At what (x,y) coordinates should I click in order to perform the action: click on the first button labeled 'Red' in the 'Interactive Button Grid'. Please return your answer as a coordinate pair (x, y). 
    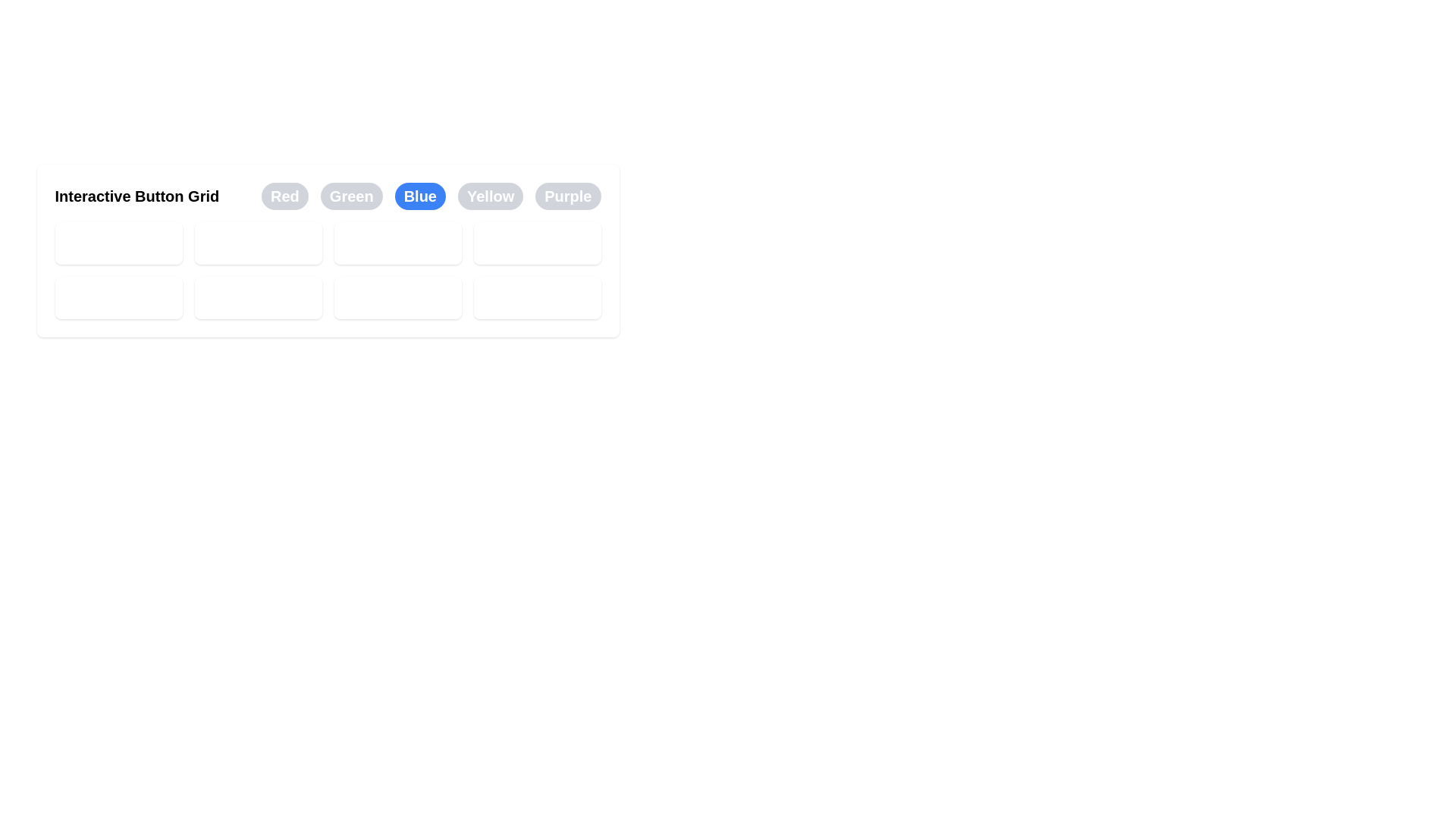
    Looking at the image, I should click on (284, 195).